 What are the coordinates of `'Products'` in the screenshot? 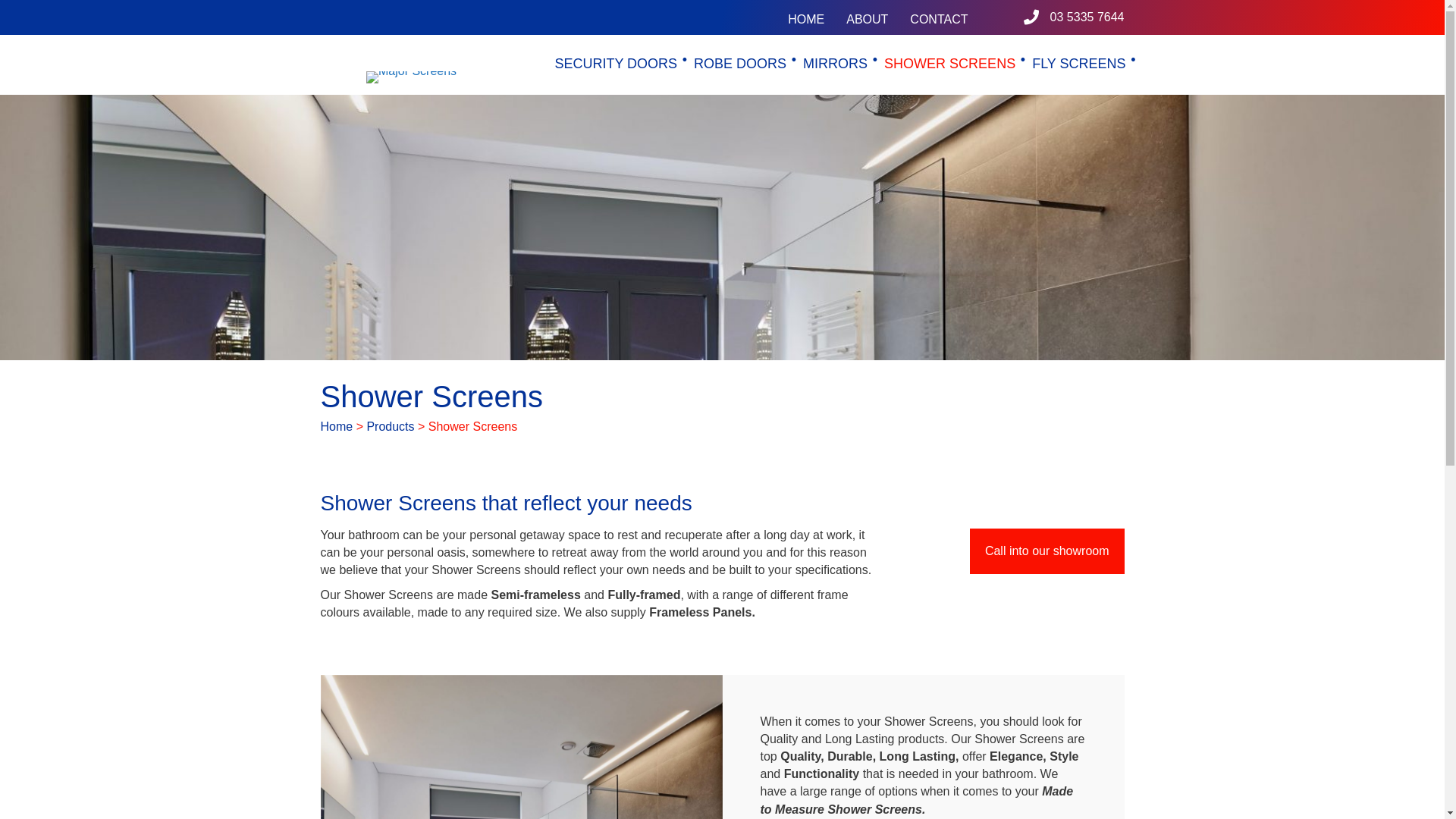 It's located at (366, 426).